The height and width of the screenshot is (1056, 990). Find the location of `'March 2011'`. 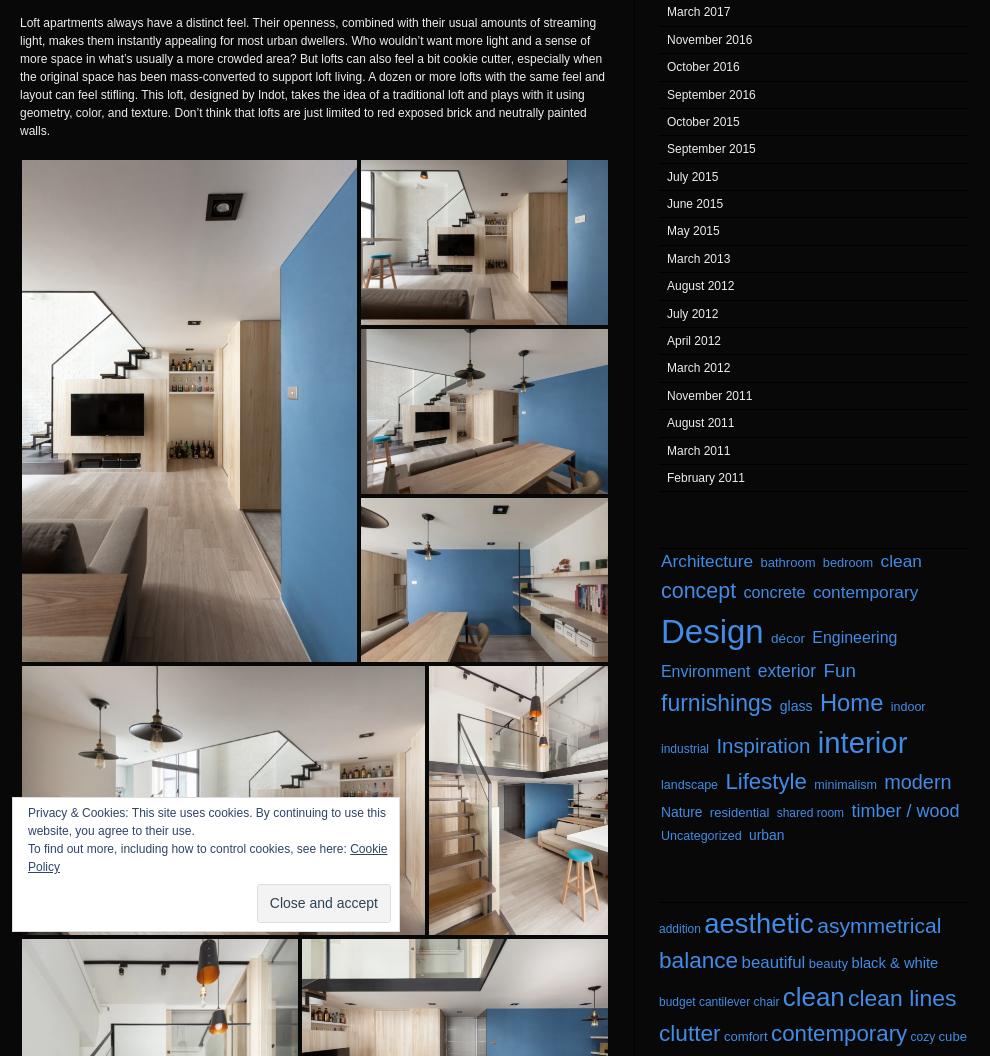

'March 2011' is located at coordinates (697, 449).